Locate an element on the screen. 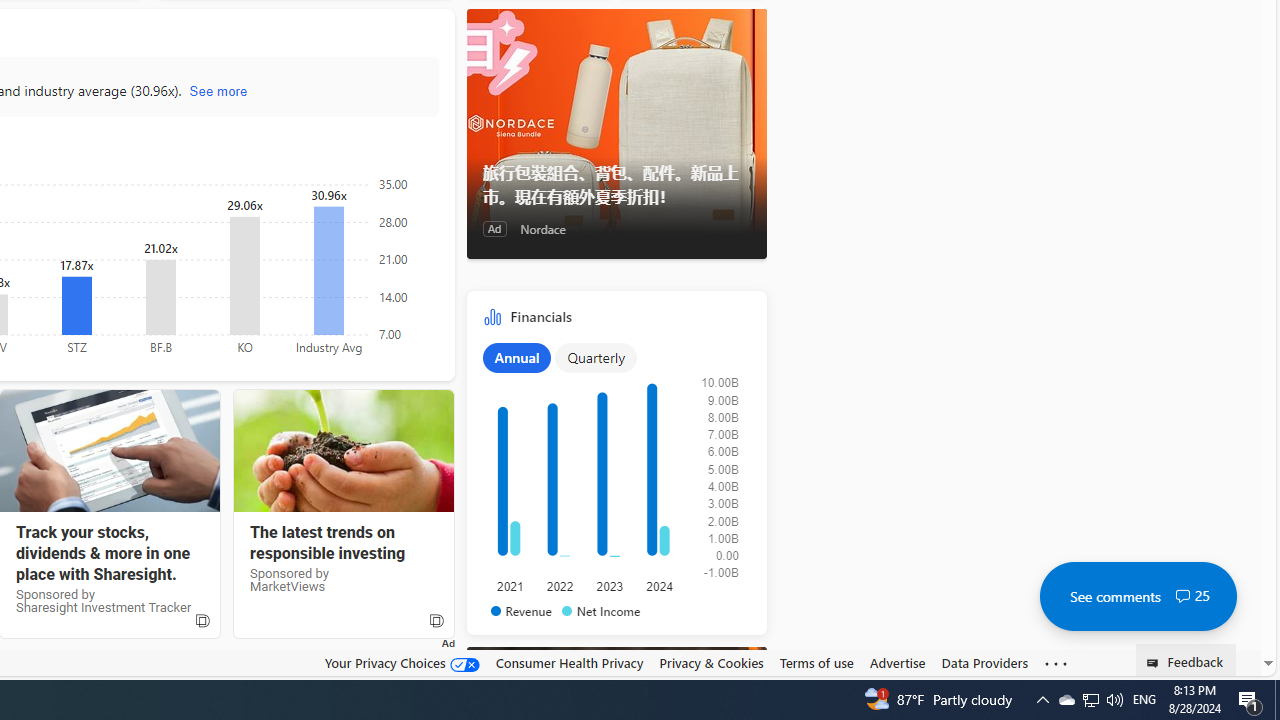  'Consumer Health Privacy' is located at coordinates (568, 662).